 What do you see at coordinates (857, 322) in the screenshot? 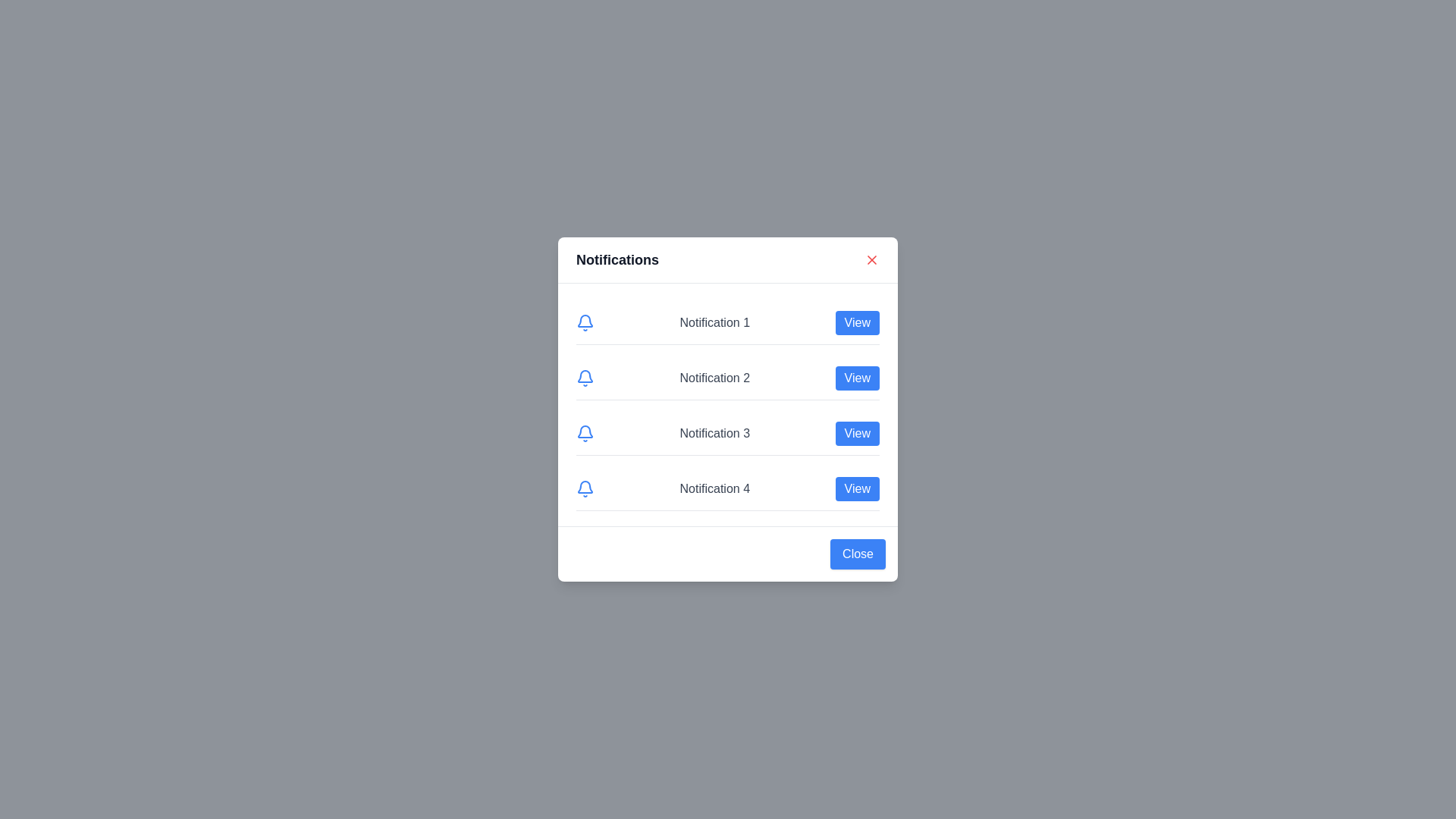
I see `the 'View' button corresponding to notification number 1` at bounding box center [857, 322].